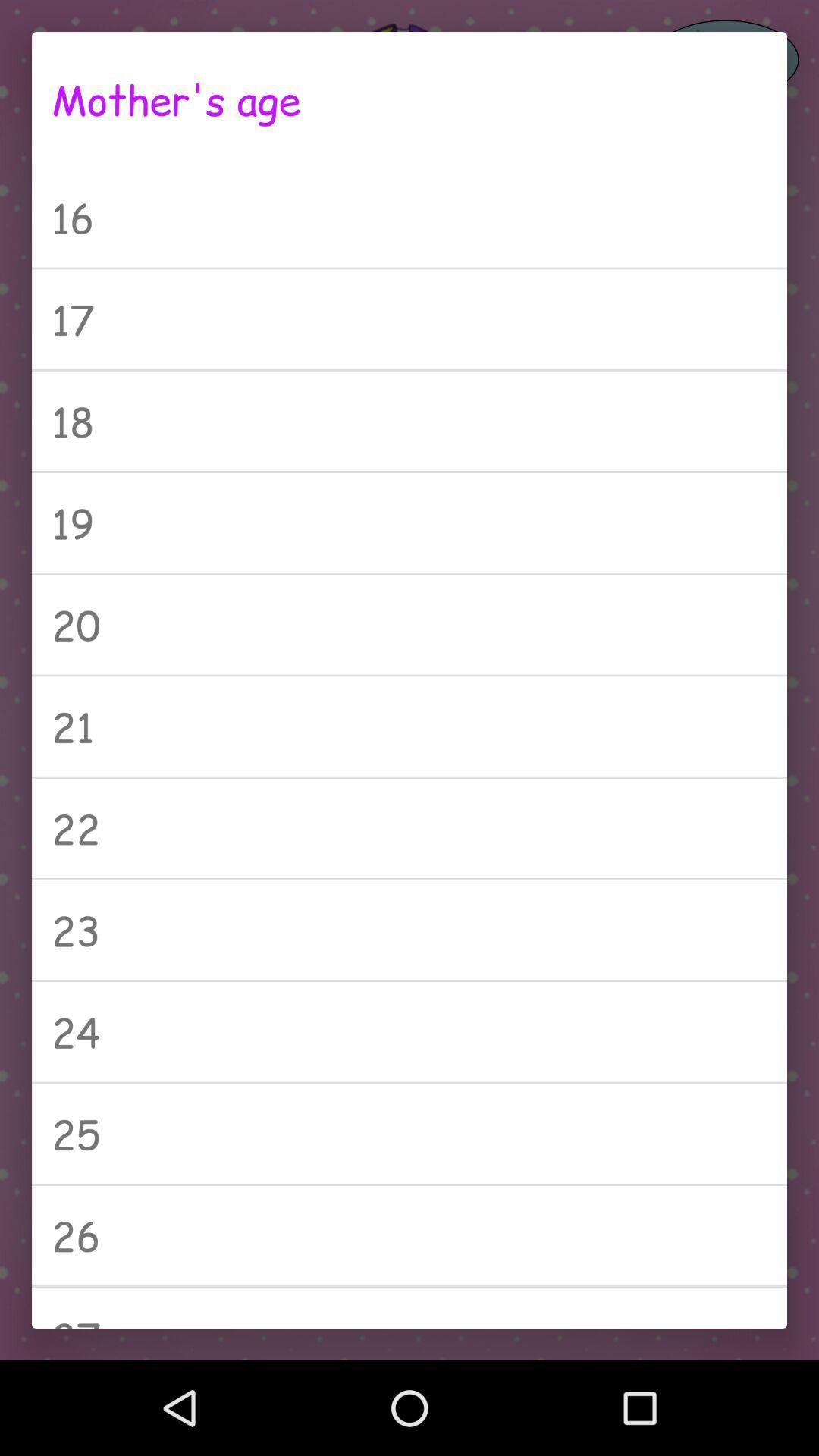 This screenshot has width=819, height=1456. Describe the element at coordinates (409, 522) in the screenshot. I see `the 19 item` at that location.